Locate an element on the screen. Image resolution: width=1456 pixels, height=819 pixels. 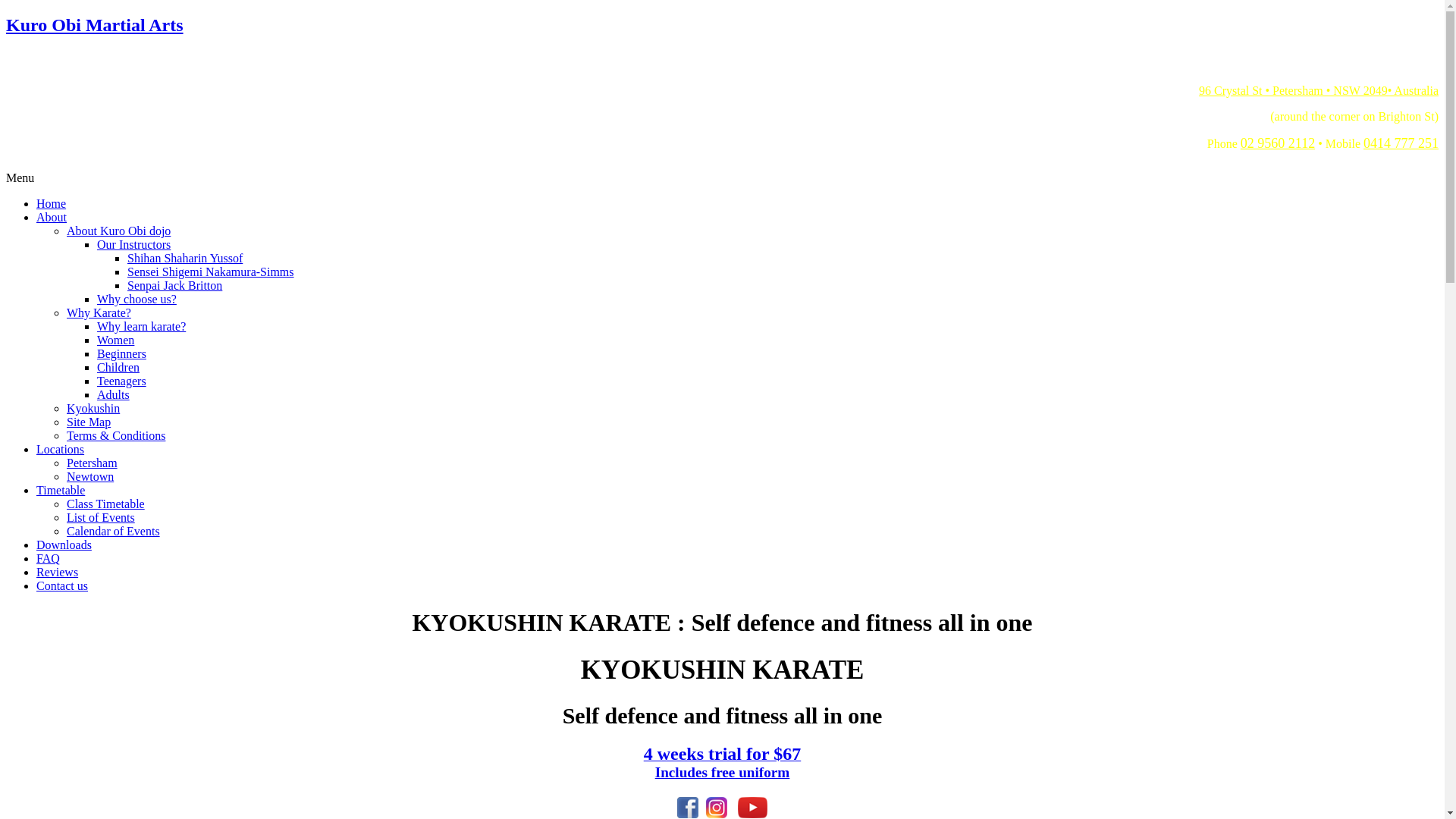
'02 9560 2112' is located at coordinates (1276, 143).